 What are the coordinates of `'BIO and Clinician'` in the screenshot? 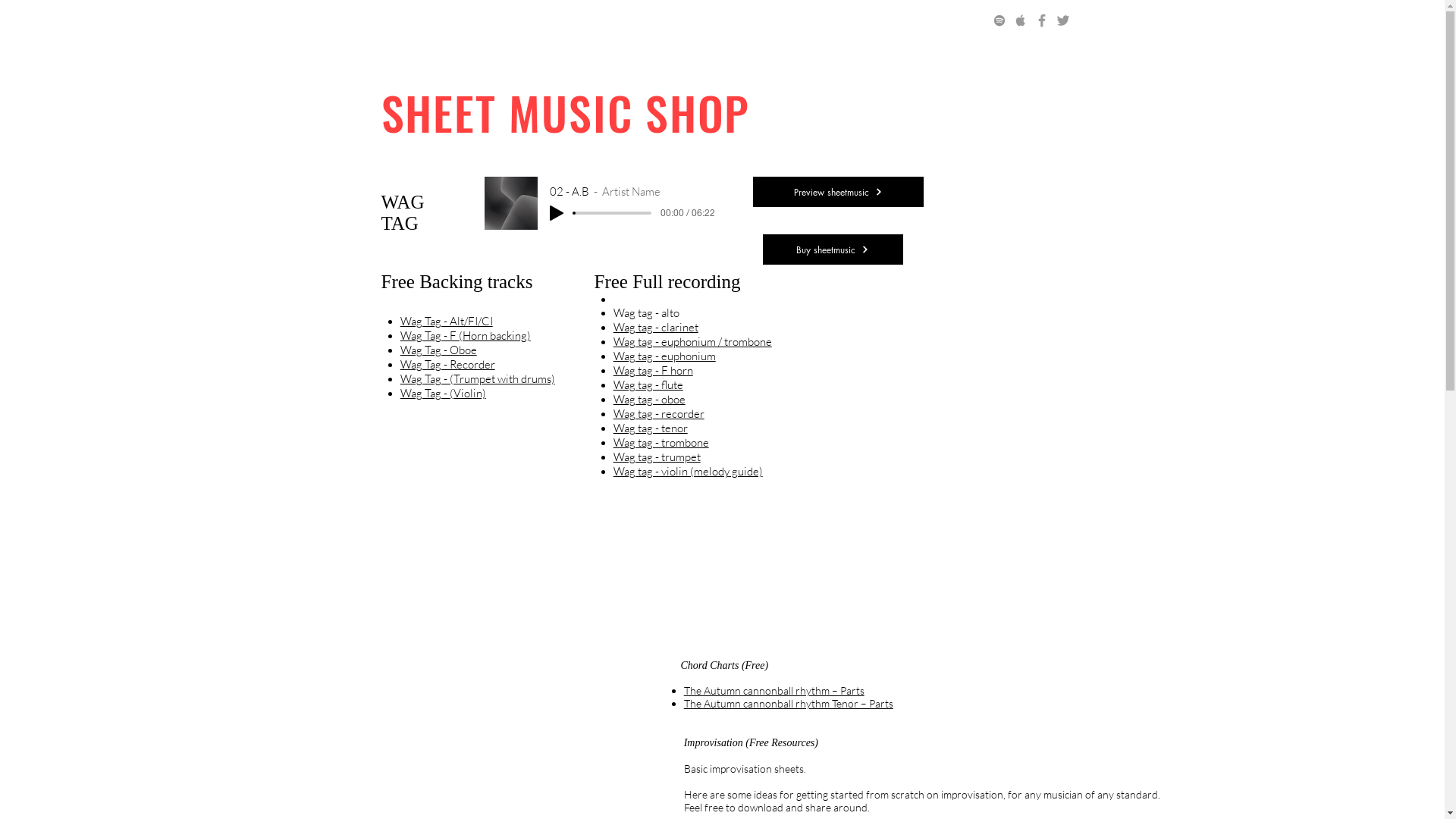 It's located at (471, 22).